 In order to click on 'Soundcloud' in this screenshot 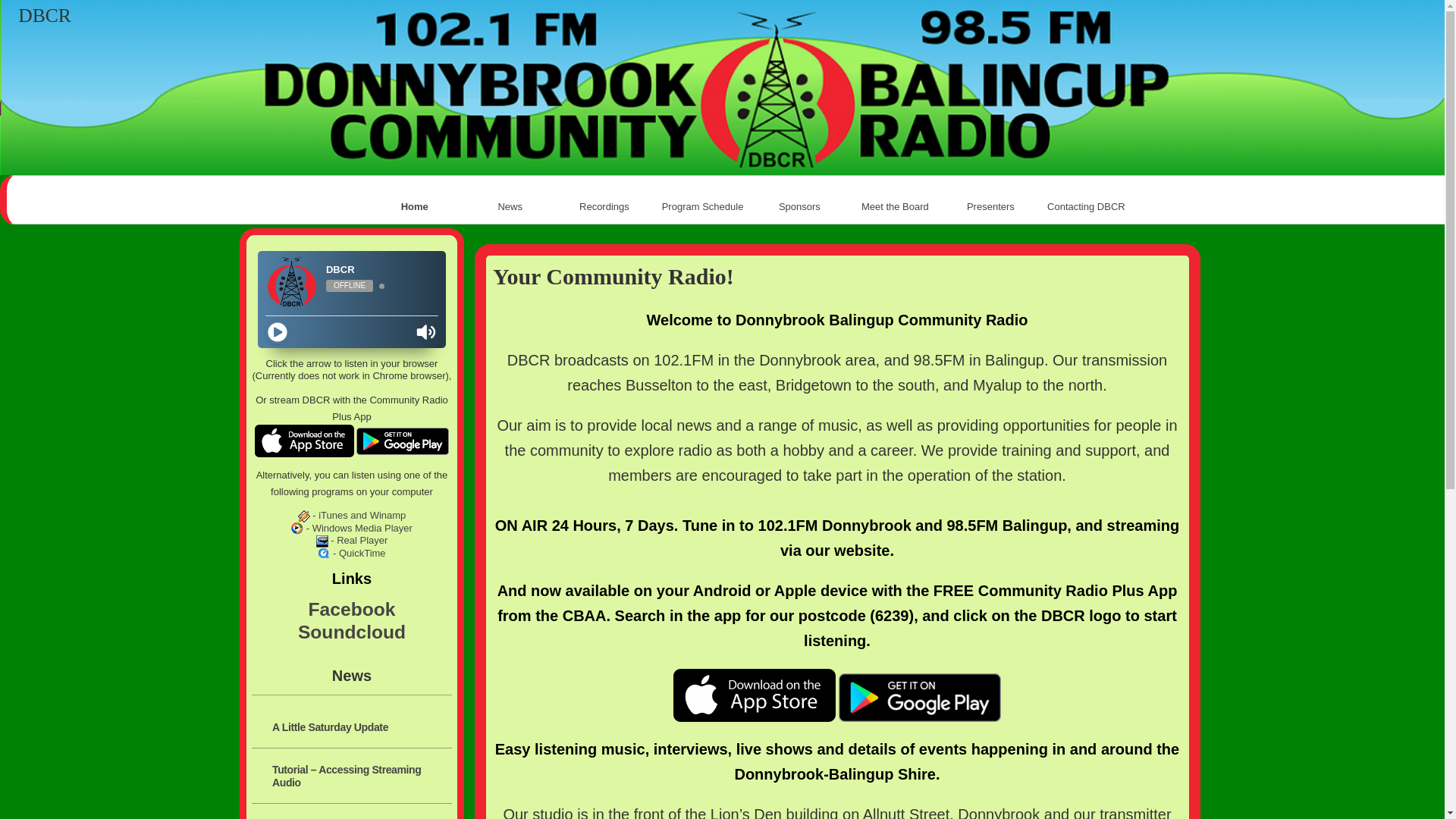, I will do `click(351, 632)`.